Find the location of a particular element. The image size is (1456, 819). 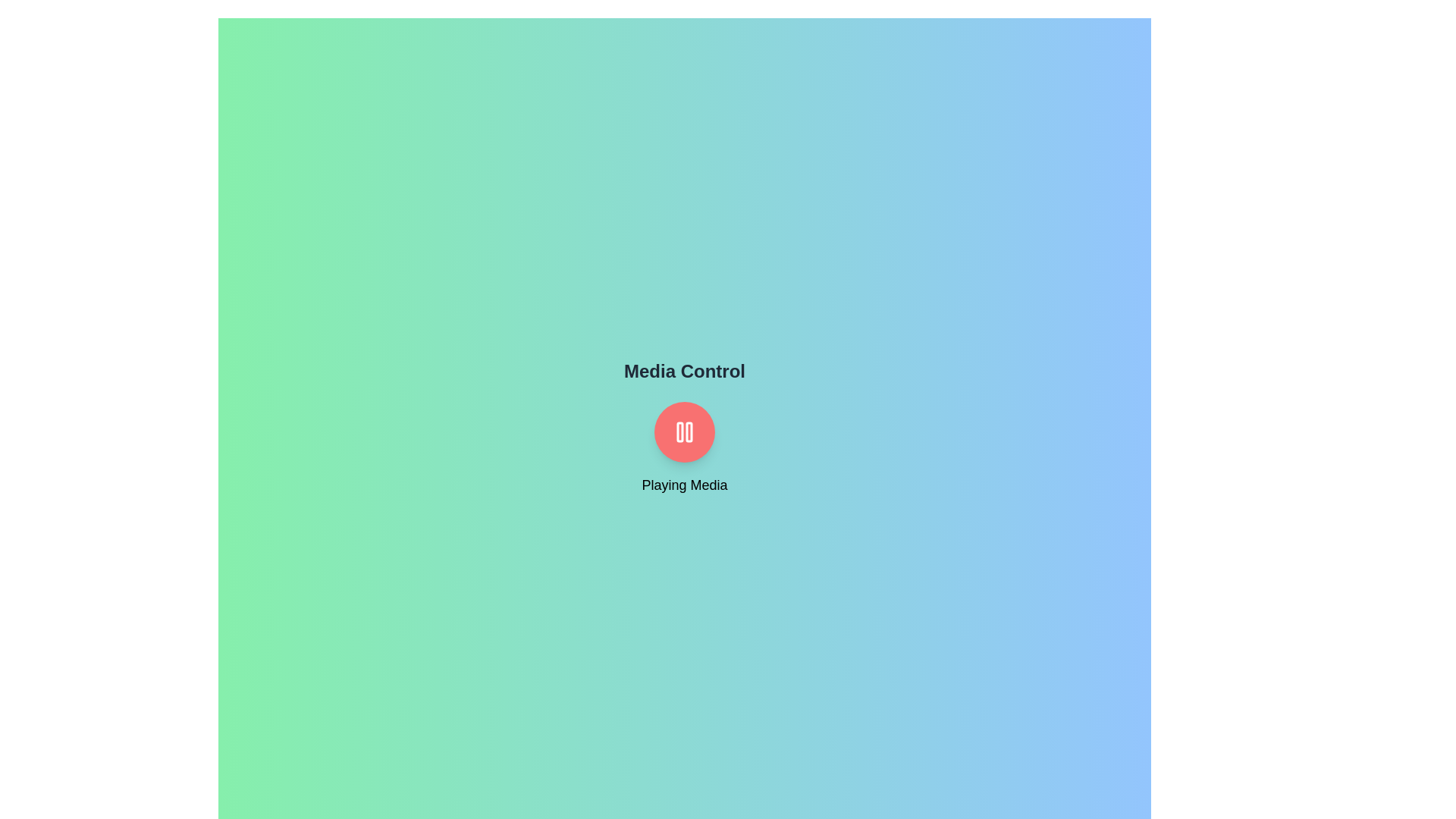

center of the MediaControlToggleButton to toggle playback state is located at coordinates (683, 432).